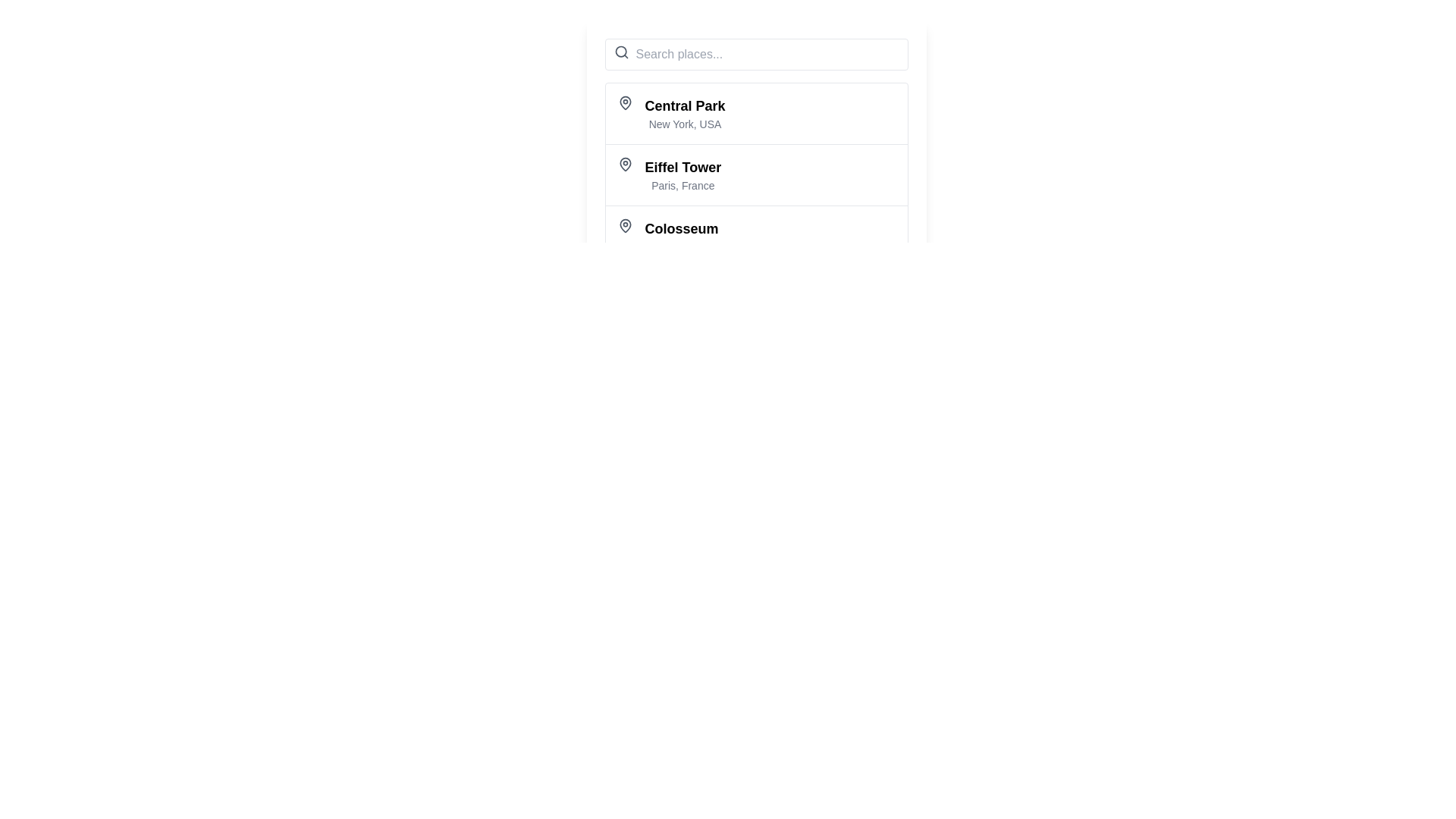  What do you see at coordinates (625, 164) in the screenshot?
I see `the Icon representing the location point for the 'Eiffel Tower' list item, which is positioned to the left of the text 'Eiffel Tower, Paris, France'` at bounding box center [625, 164].